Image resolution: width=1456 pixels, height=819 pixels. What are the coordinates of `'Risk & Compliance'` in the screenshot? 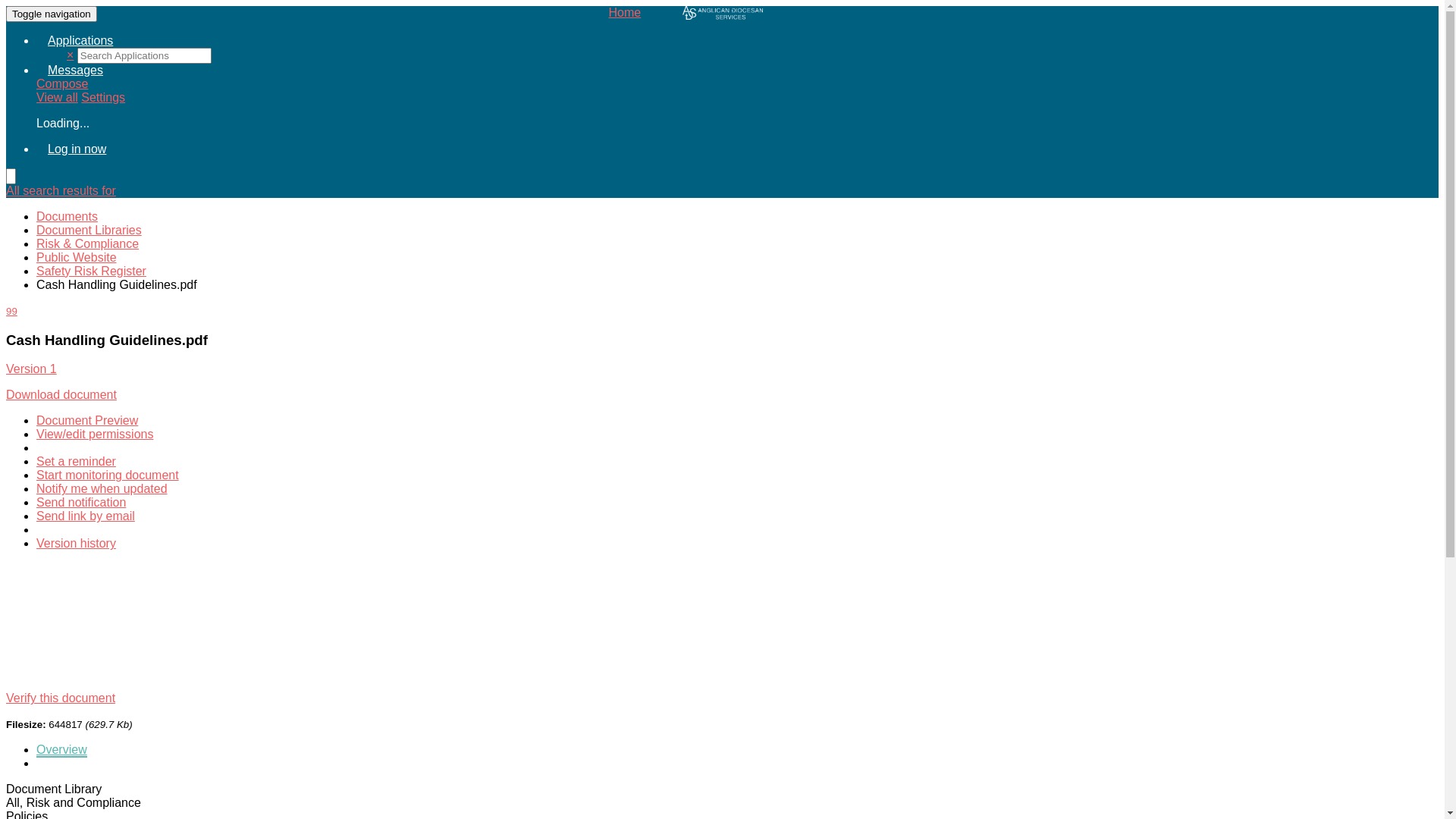 It's located at (36, 243).